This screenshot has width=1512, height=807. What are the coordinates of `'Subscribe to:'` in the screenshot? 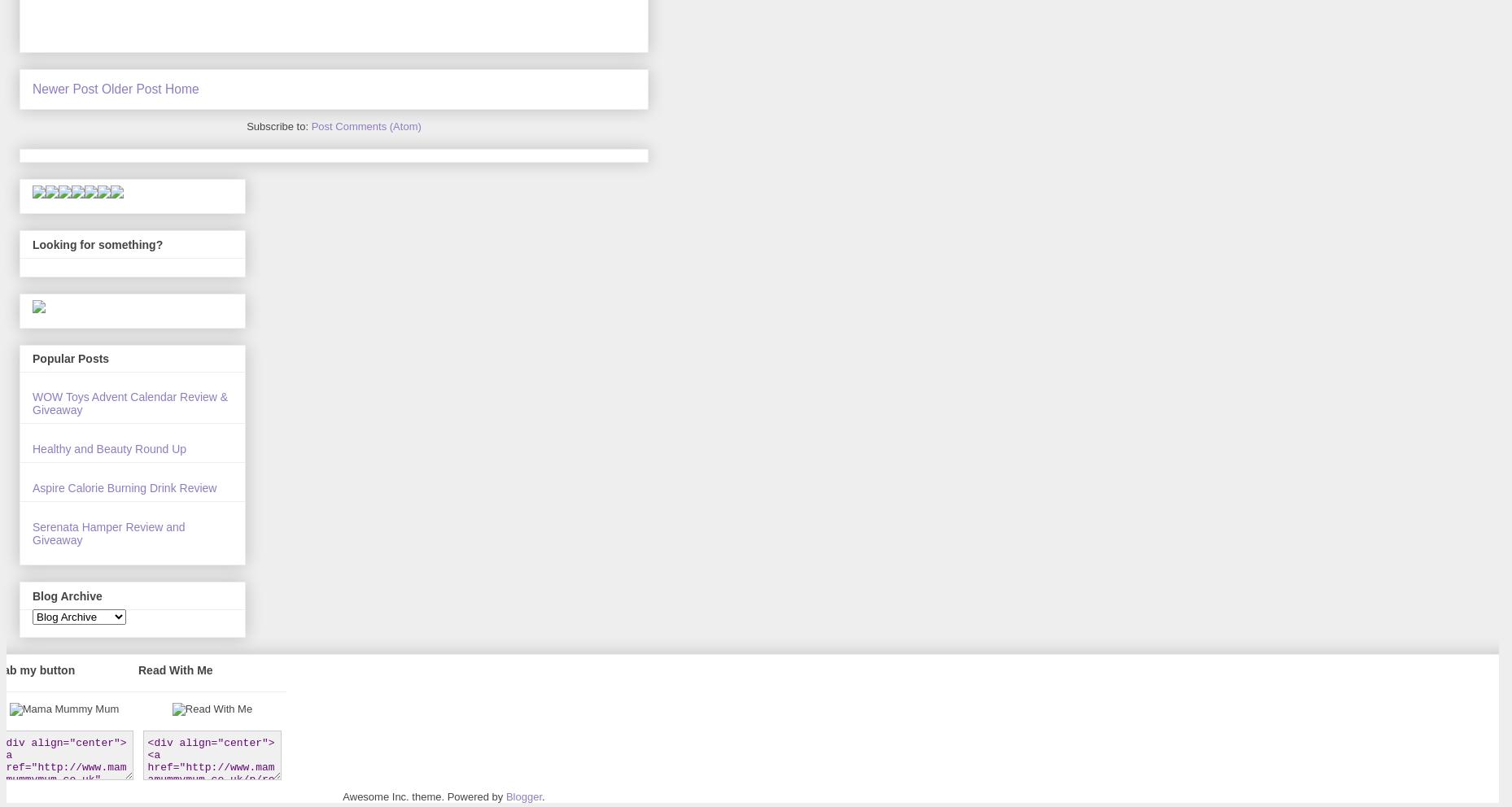 It's located at (247, 126).